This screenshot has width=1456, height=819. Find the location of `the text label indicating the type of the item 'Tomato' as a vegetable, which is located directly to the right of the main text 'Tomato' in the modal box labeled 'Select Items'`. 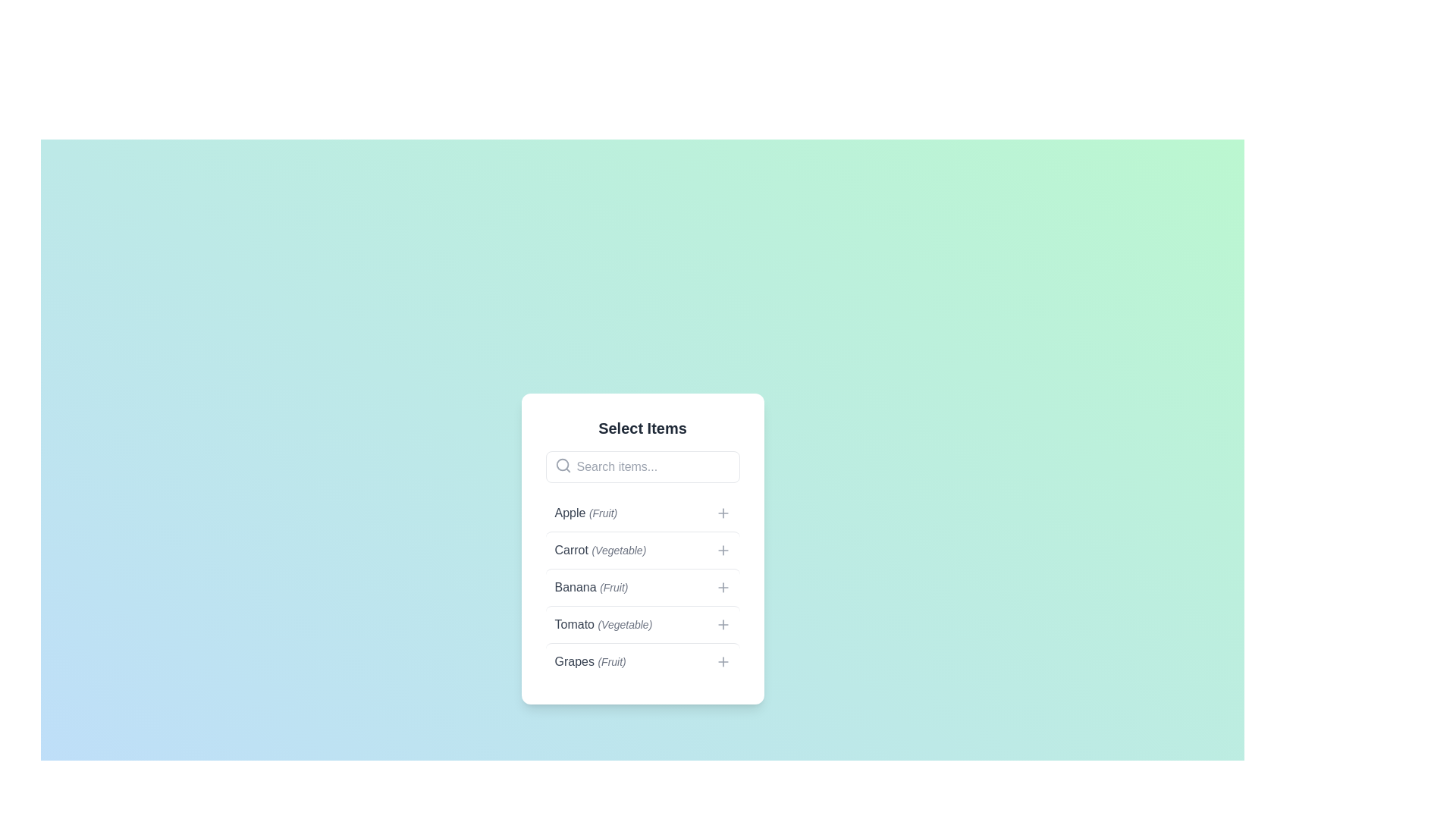

the text label indicating the type of the item 'Tomato' as a vegetable, which is located directly to the right of the main text 'Tomato' in the modal box labeled 'Select Items' is located at coordinates (625, 625).